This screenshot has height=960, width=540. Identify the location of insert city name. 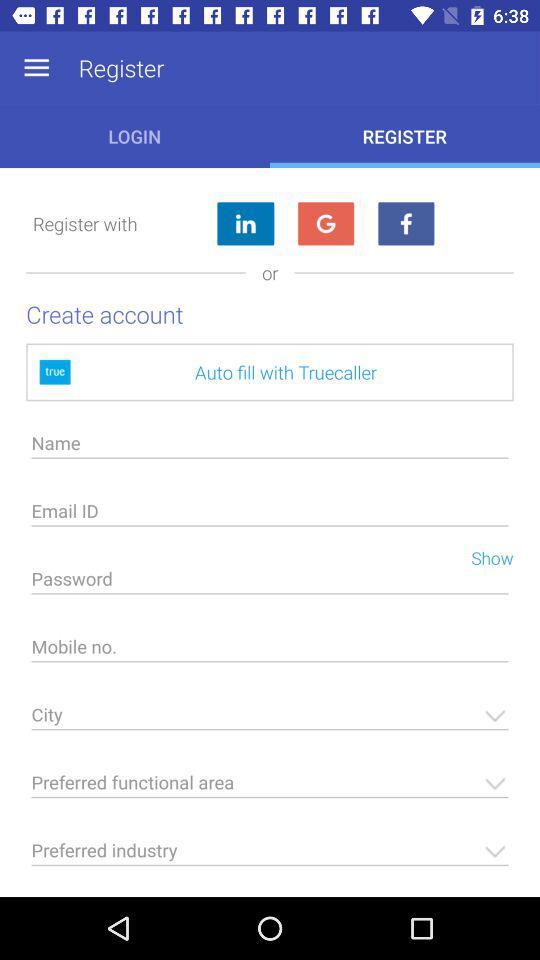
(270, 720).